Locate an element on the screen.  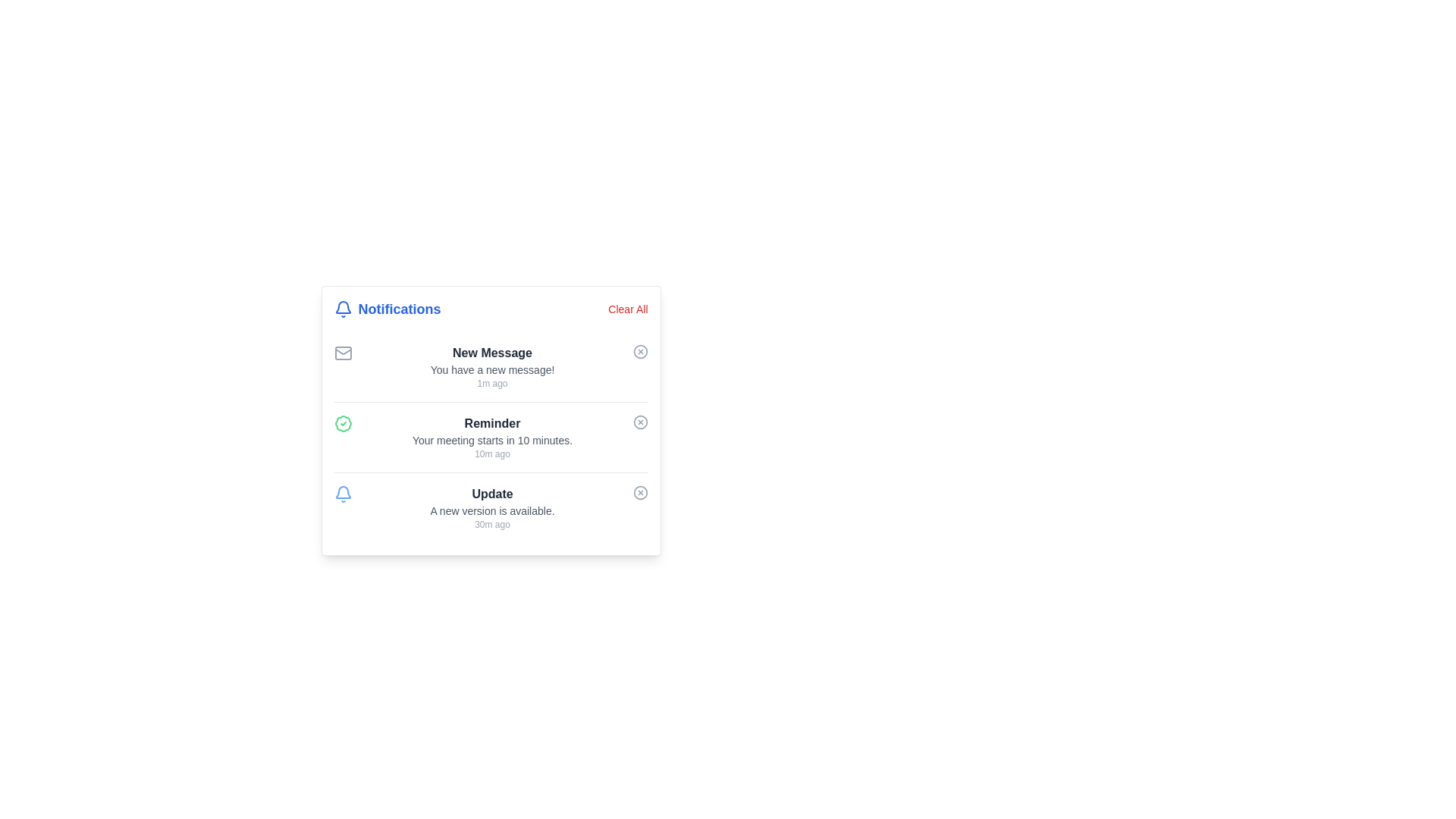
the icon that indicates the type or category of the 'Reminder' notification, located to the left of the title 'Reminder' and above the timestamp '10m ago' is located at coordinates (342, 424).